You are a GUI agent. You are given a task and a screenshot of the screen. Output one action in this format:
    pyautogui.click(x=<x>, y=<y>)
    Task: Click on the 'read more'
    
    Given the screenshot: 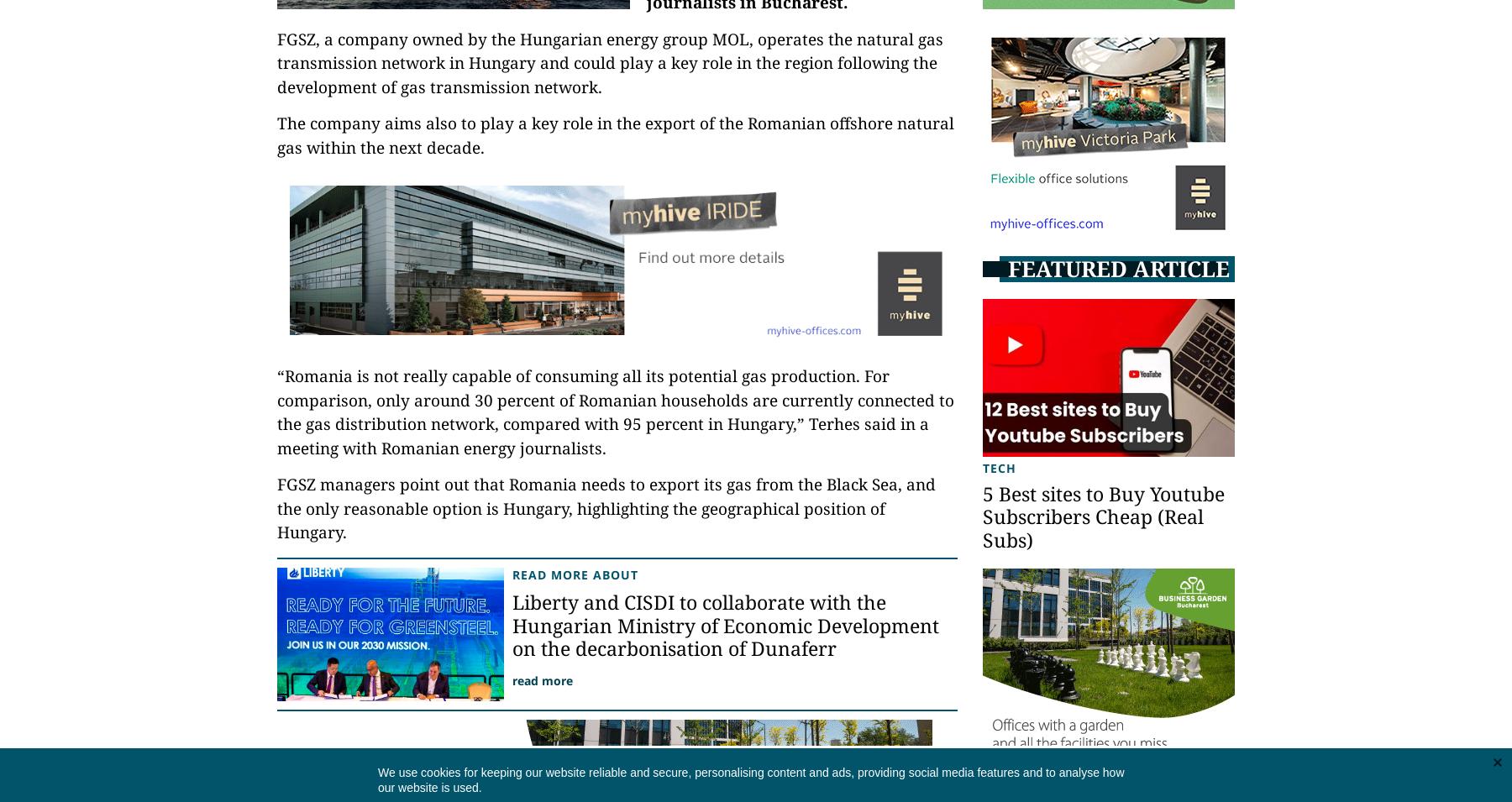 What is the action you would take?
    pyautogui.click(x=511, y=679)
    